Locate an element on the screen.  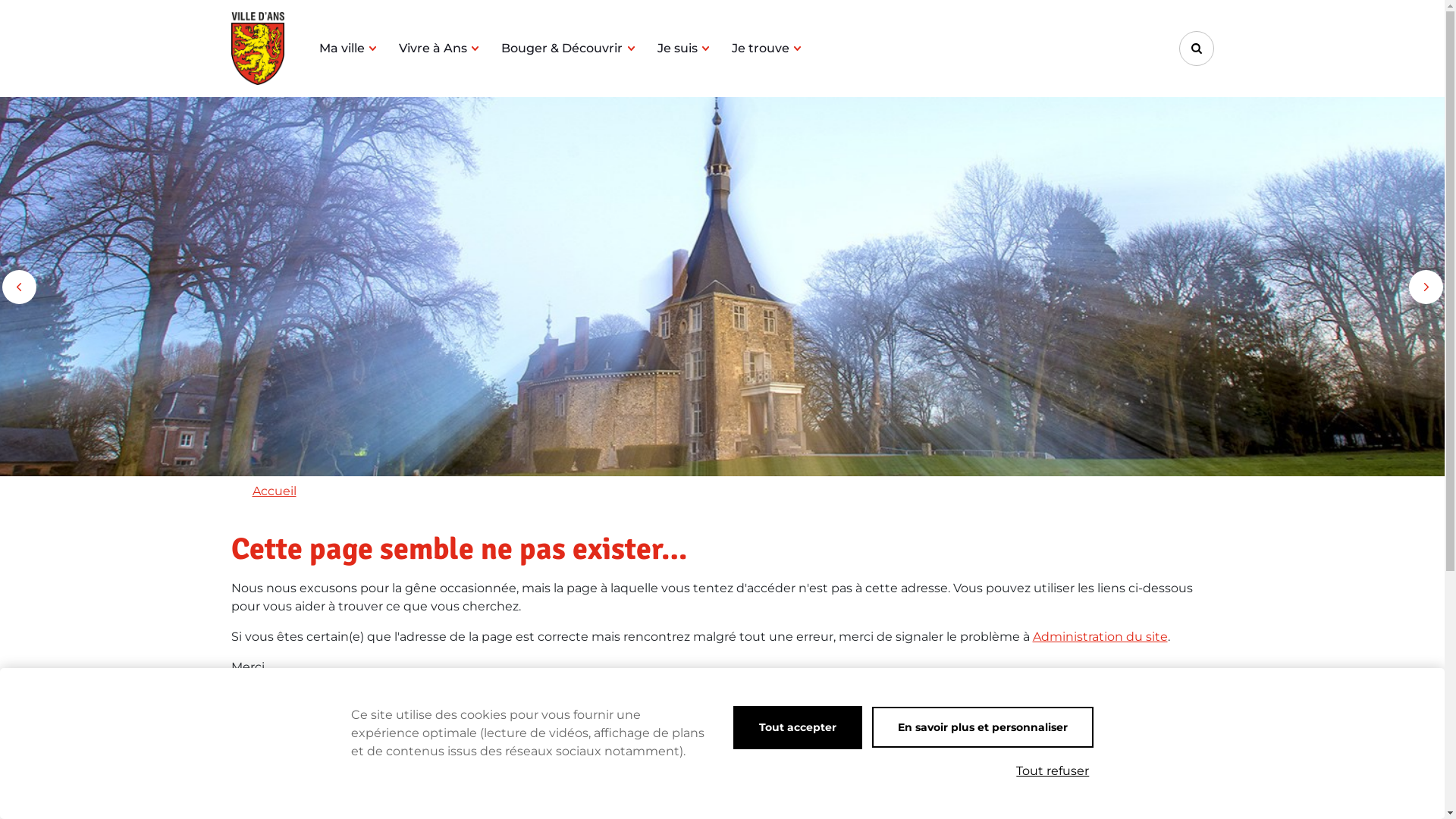
'Ma ville' is located at coordinates (318, 48).